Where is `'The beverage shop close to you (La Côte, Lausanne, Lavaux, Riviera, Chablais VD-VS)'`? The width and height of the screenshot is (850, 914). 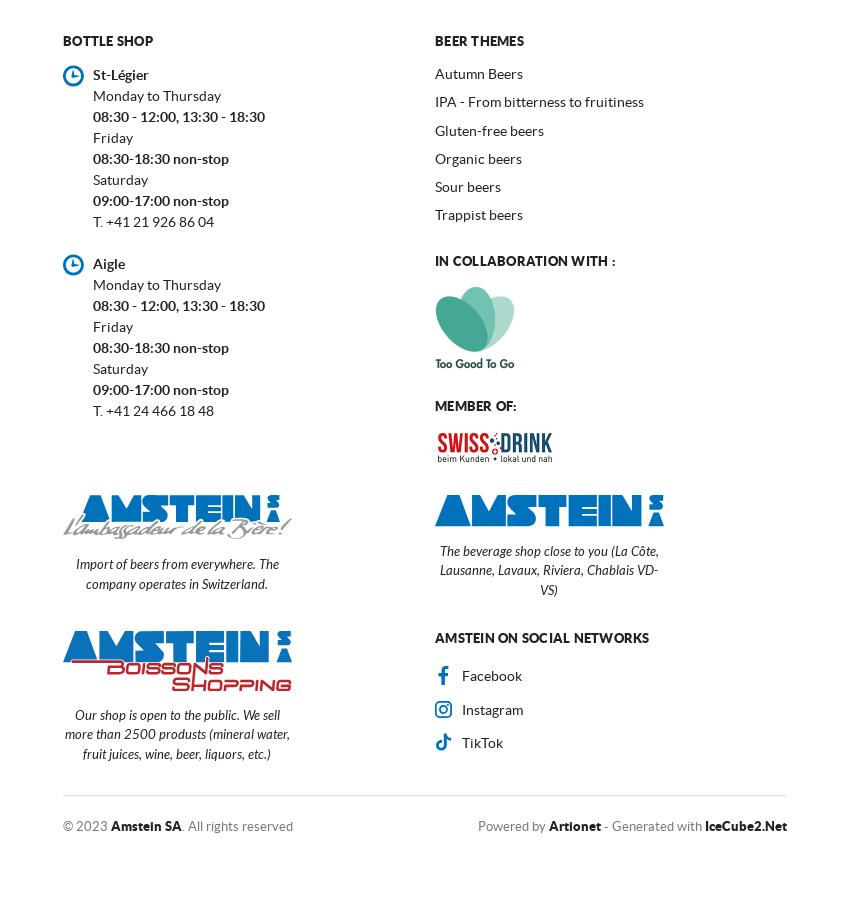
'The beverage shop close to you (La Côte, Lausanne, Lavaux, Riviera, Chablais VD-VS)' is located at coordinates (547, 570).